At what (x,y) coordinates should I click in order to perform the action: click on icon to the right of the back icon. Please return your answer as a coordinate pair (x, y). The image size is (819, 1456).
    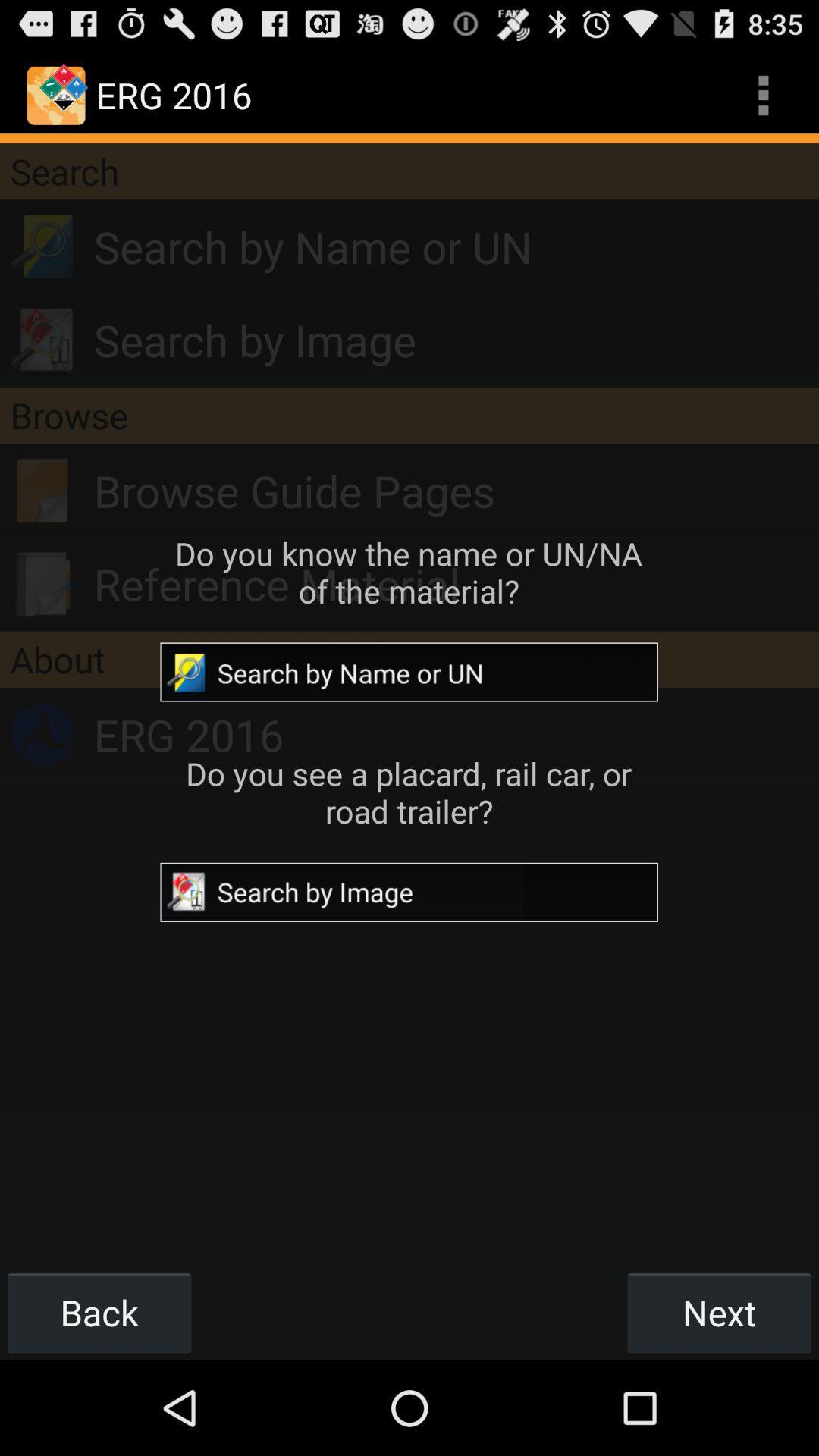
    Looking at the image, I should click on (718, 1312).